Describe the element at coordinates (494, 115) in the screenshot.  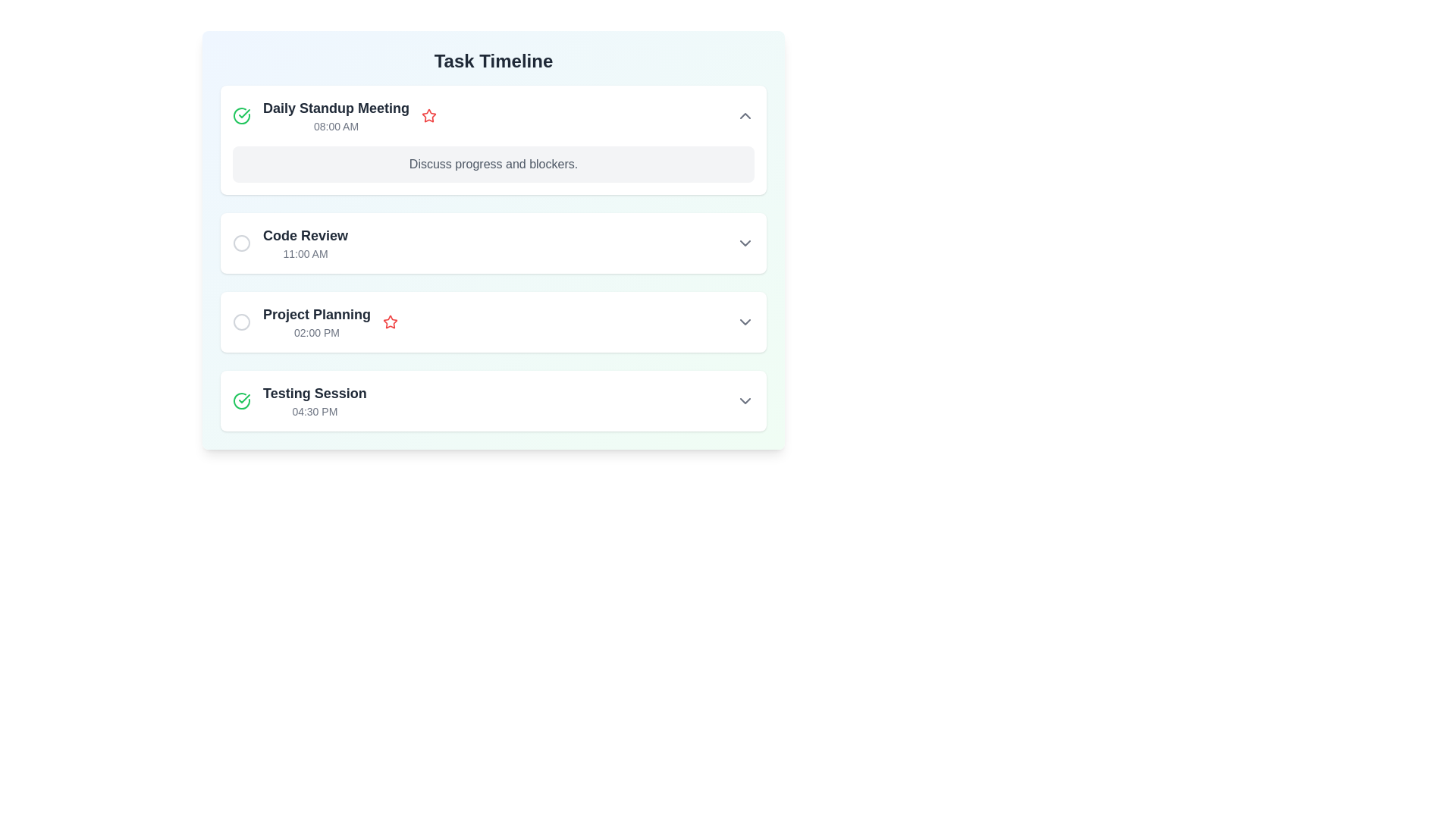
I see `the top task card in the timeline view, located directly under the 'Task Timeline' title` at that location.